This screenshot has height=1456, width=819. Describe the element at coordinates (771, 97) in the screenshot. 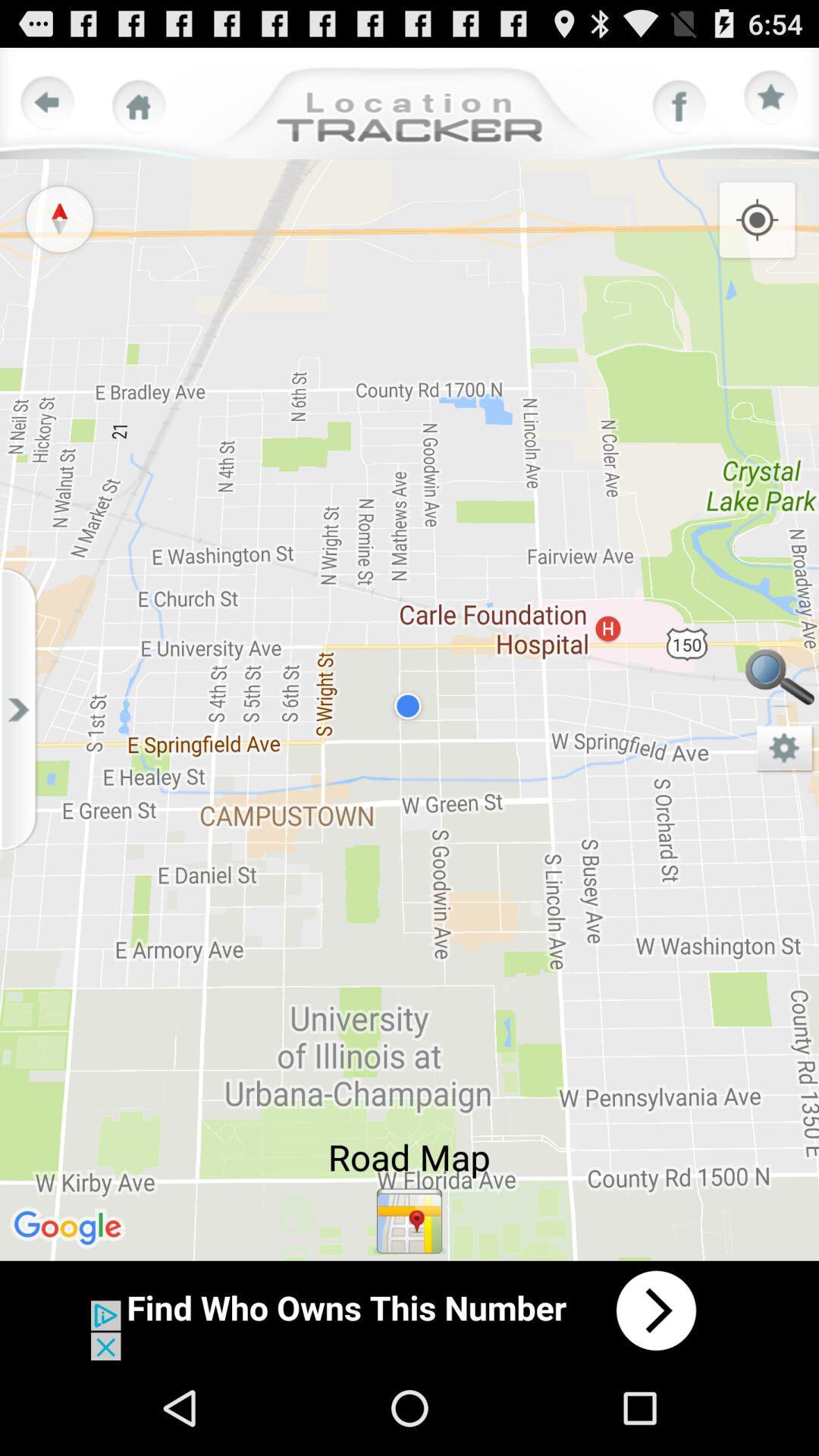

I see `to favourites` at that location.